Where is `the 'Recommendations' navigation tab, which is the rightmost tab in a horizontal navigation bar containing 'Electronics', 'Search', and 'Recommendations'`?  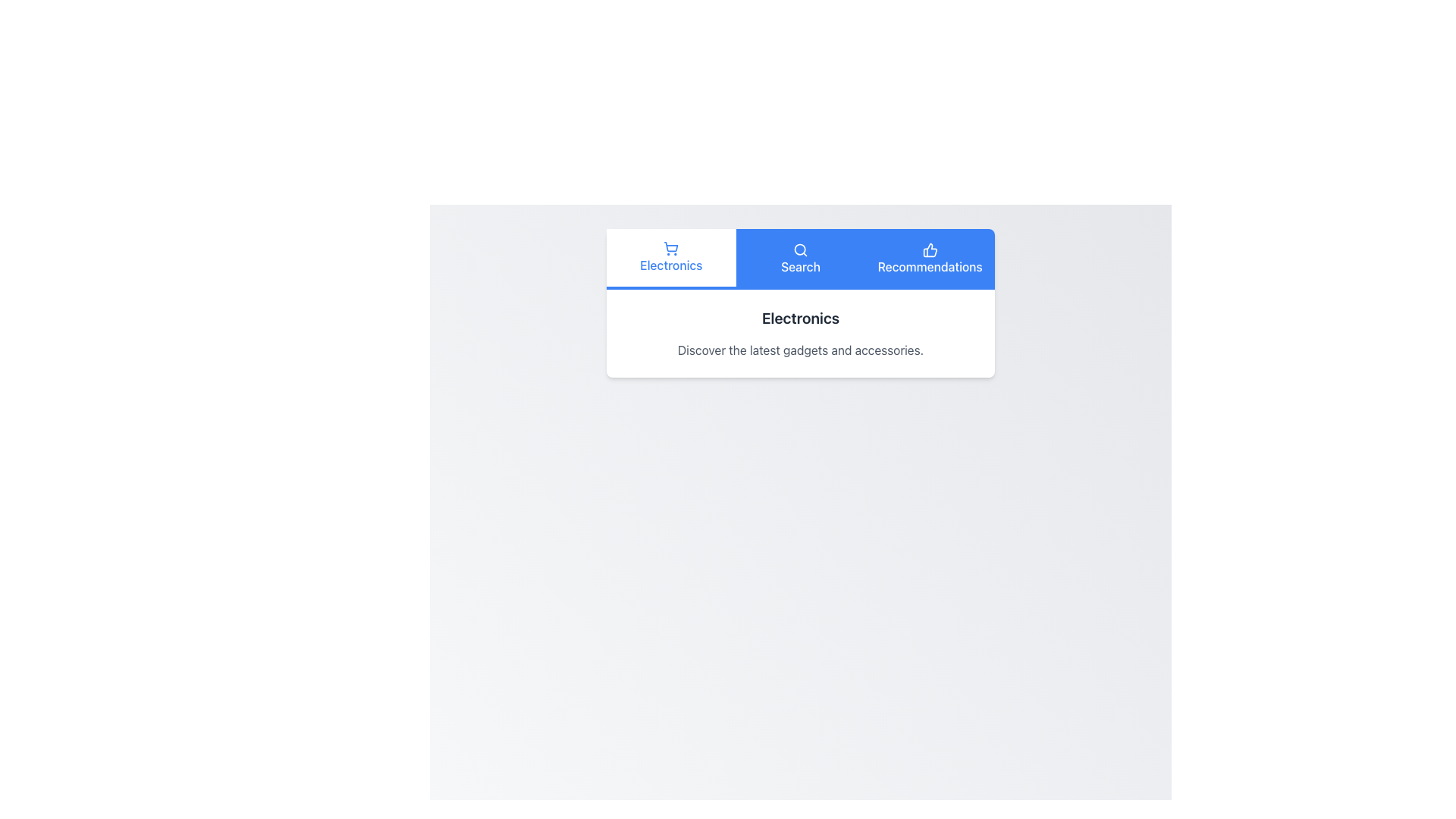
the 'Recommendations' navigation tab, which is the rightmost tab in a horizontal navigation bar containing 'Electronics', 'Search', and 'Recommendations' is located at coordinates (929, 265).